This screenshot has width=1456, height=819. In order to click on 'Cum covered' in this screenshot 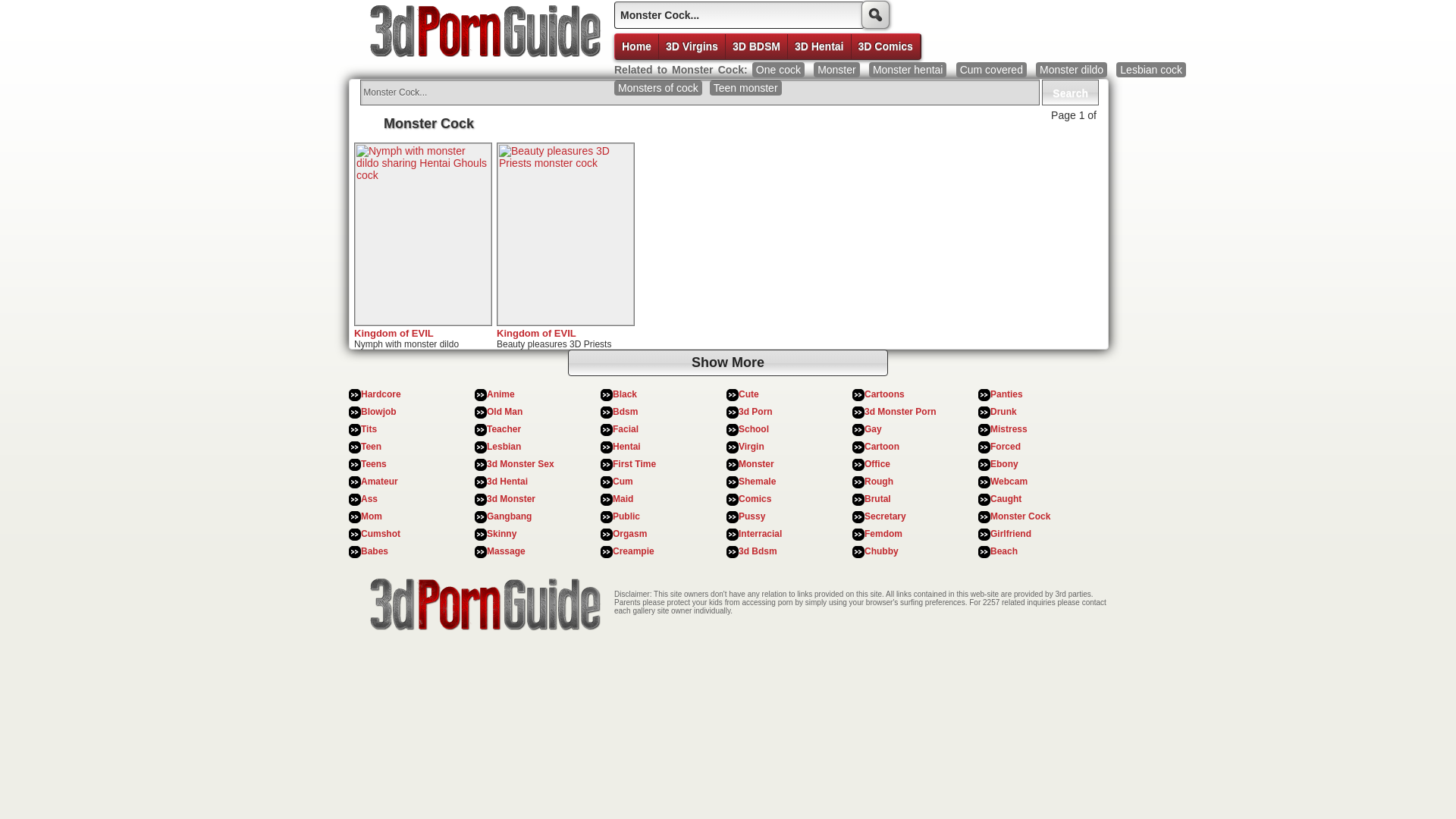, I will do `click(991, 70)`.